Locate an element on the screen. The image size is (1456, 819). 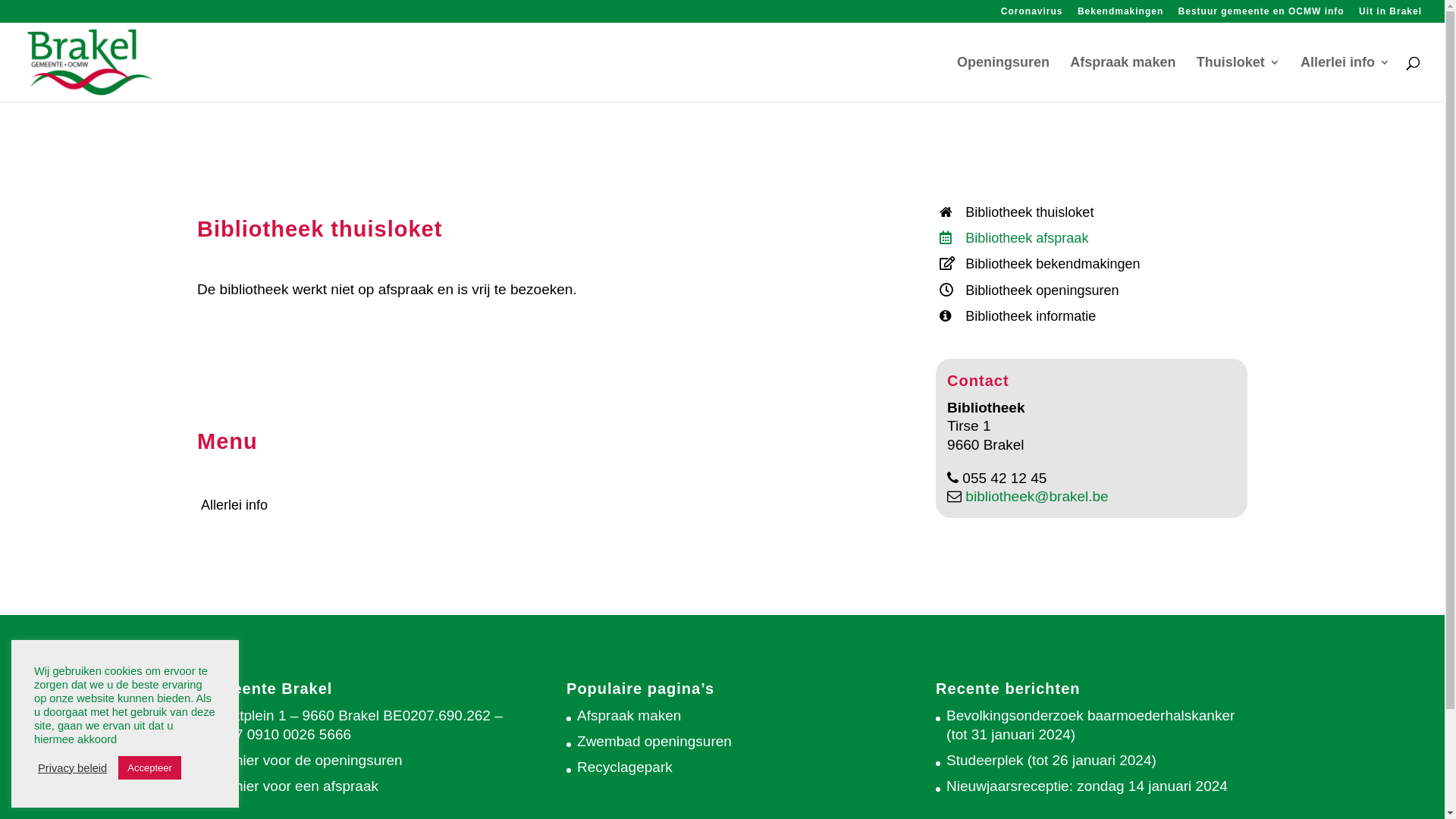
'Uit in Brakel' is located at coordinates (1390, 14).